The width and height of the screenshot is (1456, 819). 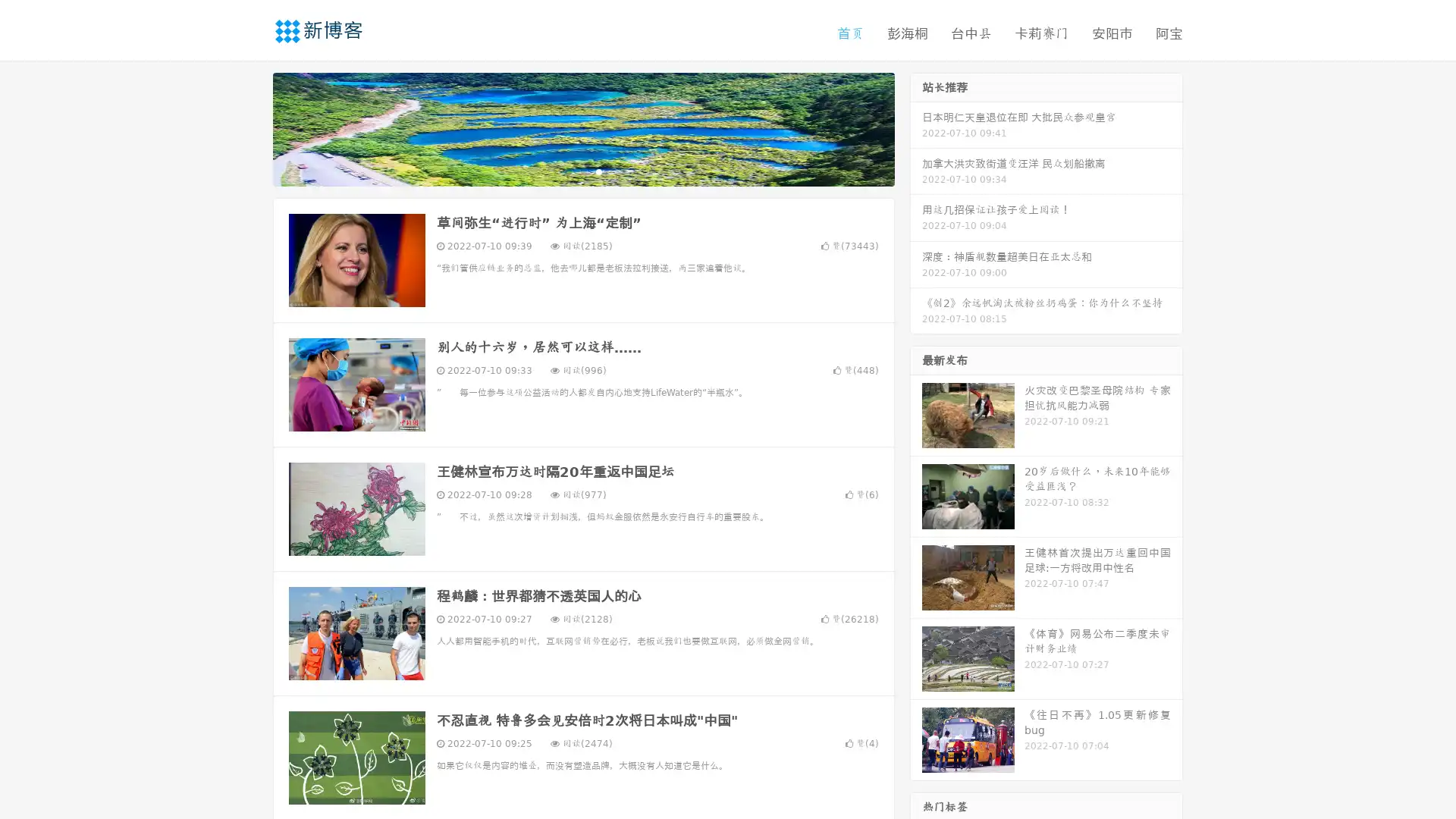 What do you see at coordinates (250, 127) in the screenshot?
I see `Previous slide` at bounding box center [250, 127].